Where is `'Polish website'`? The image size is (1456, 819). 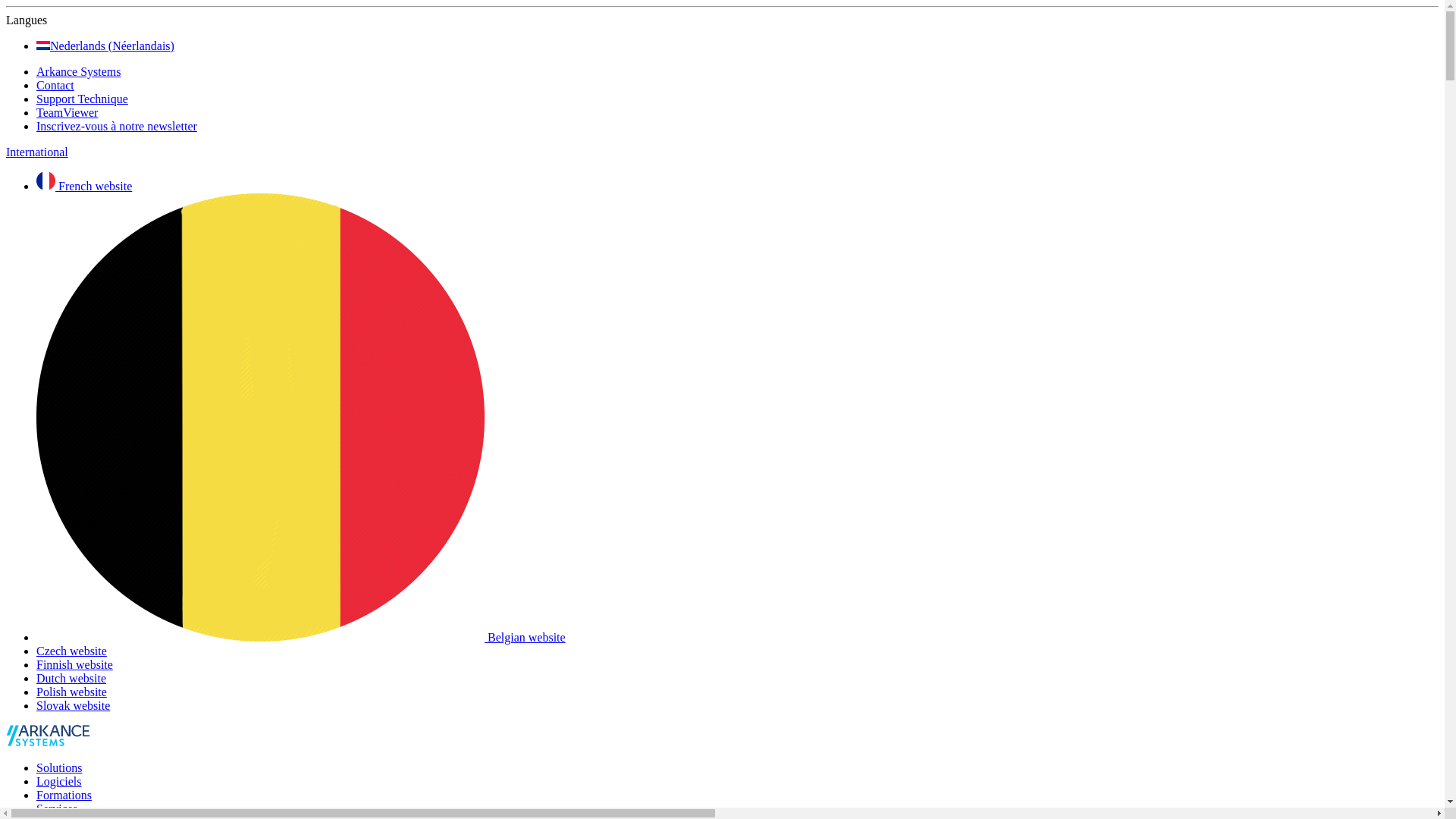
'Polish website' is located at coordinates (71, 692).